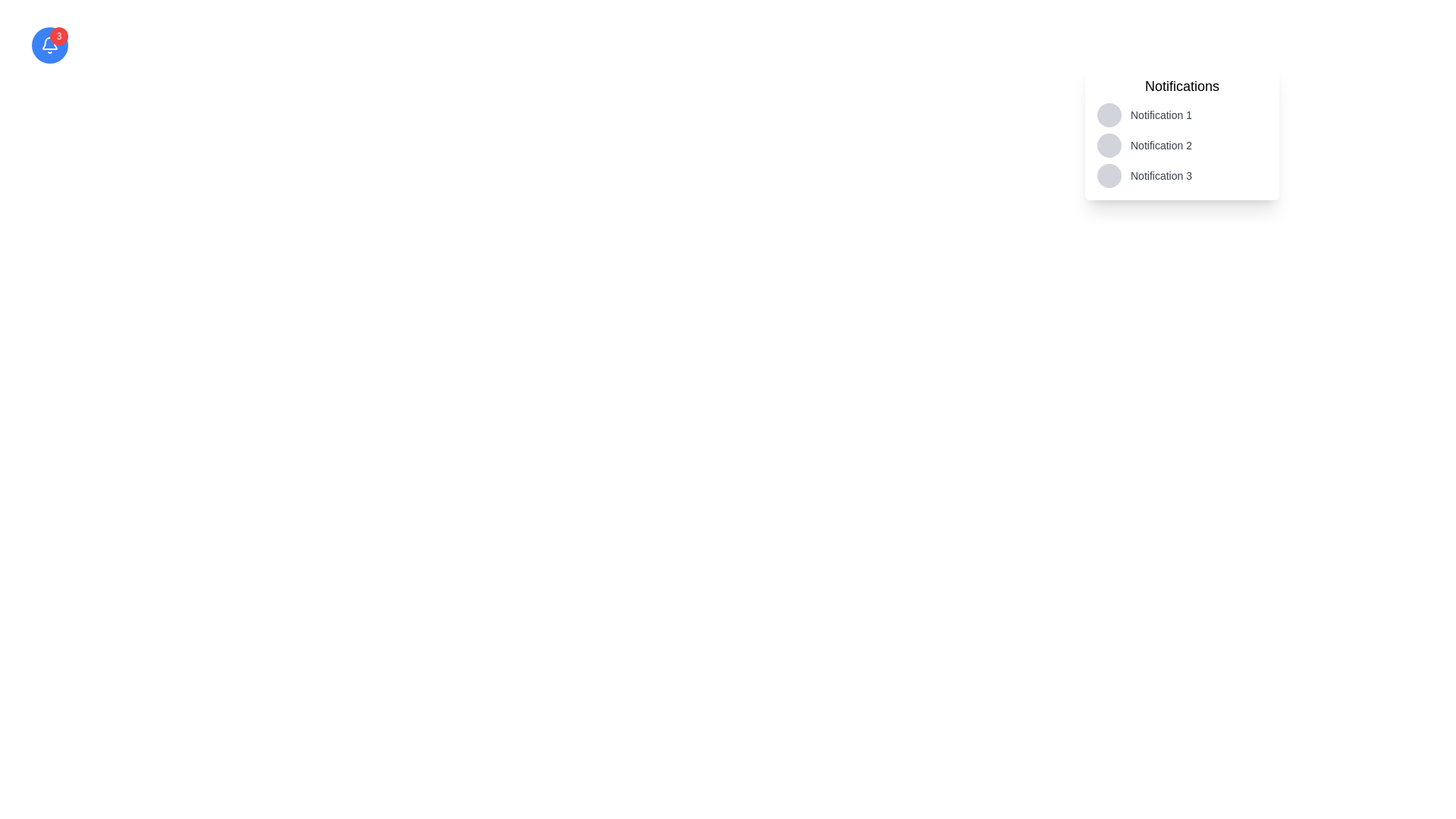 Image resolution: width=1456 pixels, height=819 pixels. I want to click on the decorative item located to the left of 'Notification 2' in the second notification section of the vertical list, so click(1109, 146).